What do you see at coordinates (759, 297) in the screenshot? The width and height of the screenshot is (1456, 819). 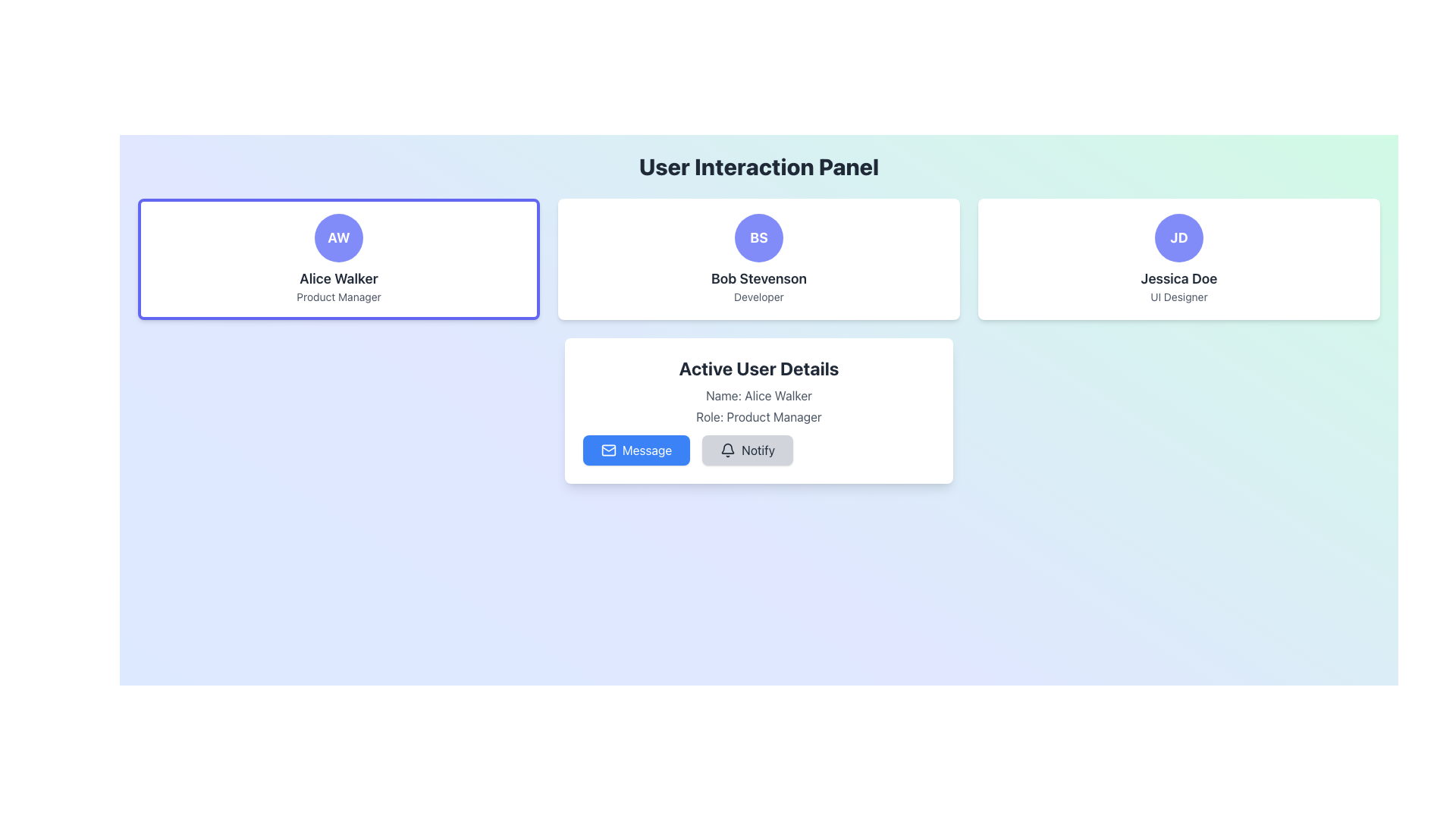 I see `the text label displaying 'Developer', which is styled with a small font and gray color, located below 'Bob Stevenson' in the second user card` at bounding box center [759, 297].